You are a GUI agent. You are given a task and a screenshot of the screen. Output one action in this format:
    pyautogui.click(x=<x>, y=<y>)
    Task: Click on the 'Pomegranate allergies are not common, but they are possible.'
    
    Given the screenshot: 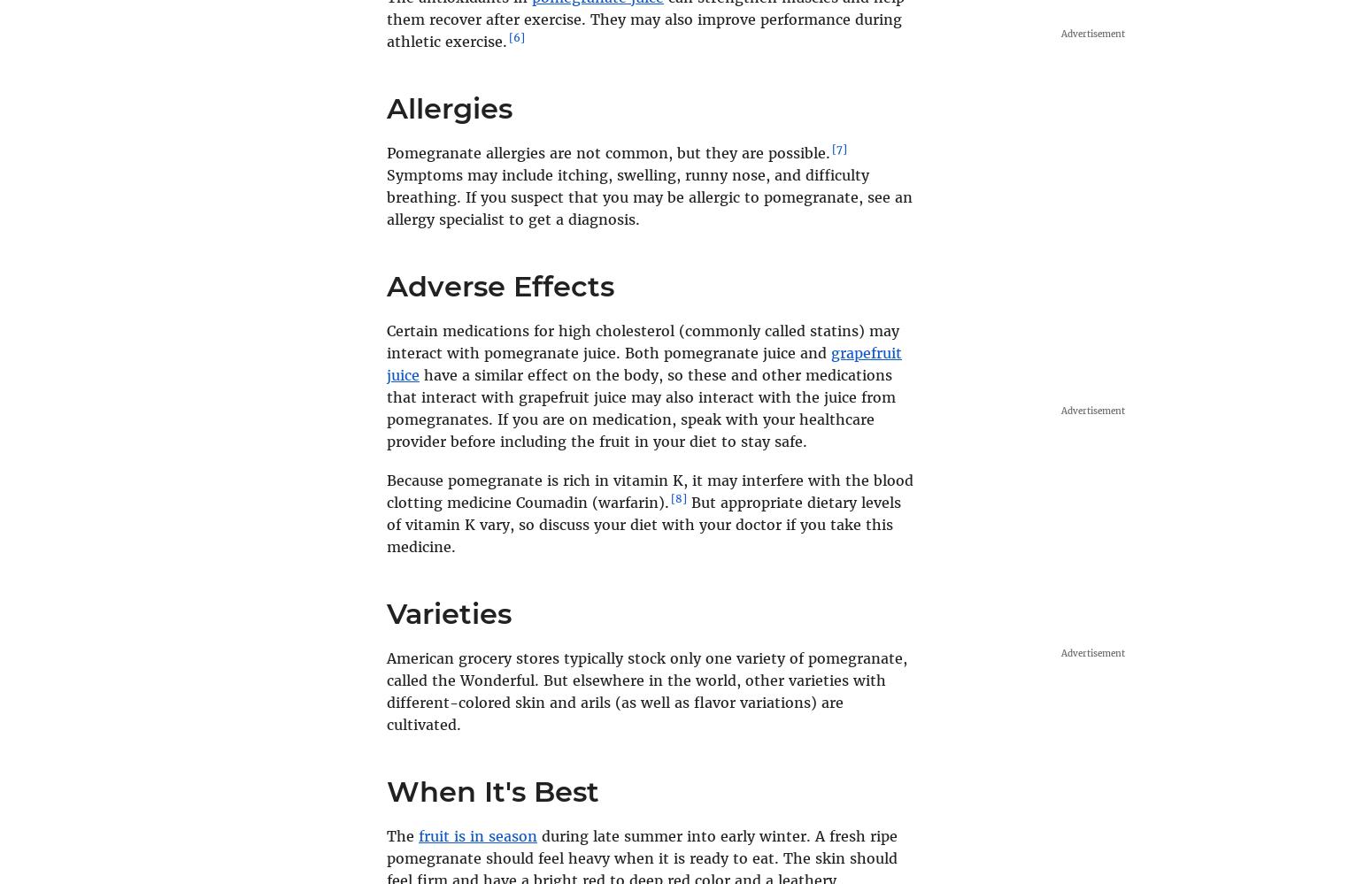 What is the action you would take?
    pyautogui.click(x=386, y=152)
    